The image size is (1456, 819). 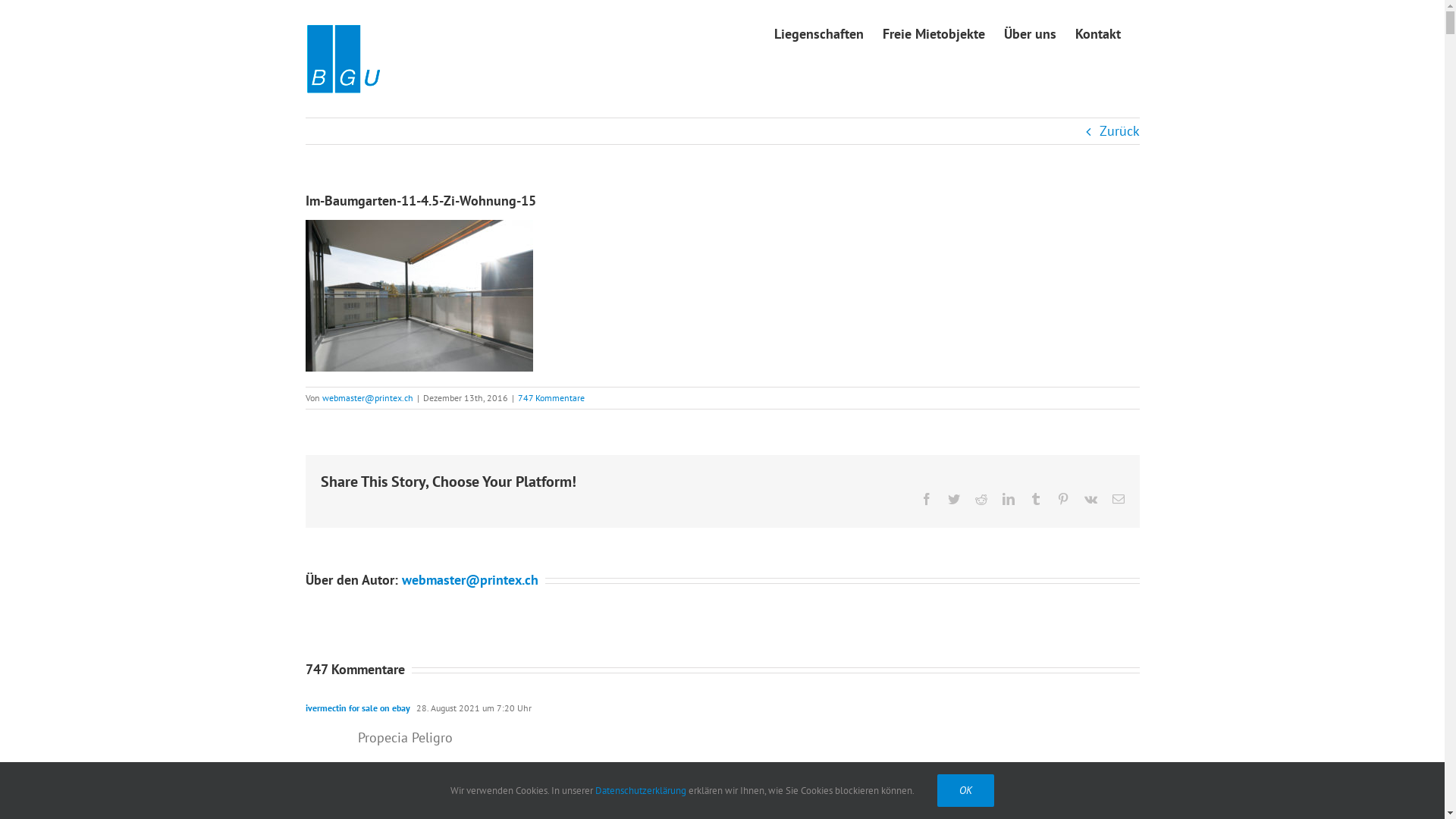 I want to click on 'LinkedIn', so click(x=1002, y=499).